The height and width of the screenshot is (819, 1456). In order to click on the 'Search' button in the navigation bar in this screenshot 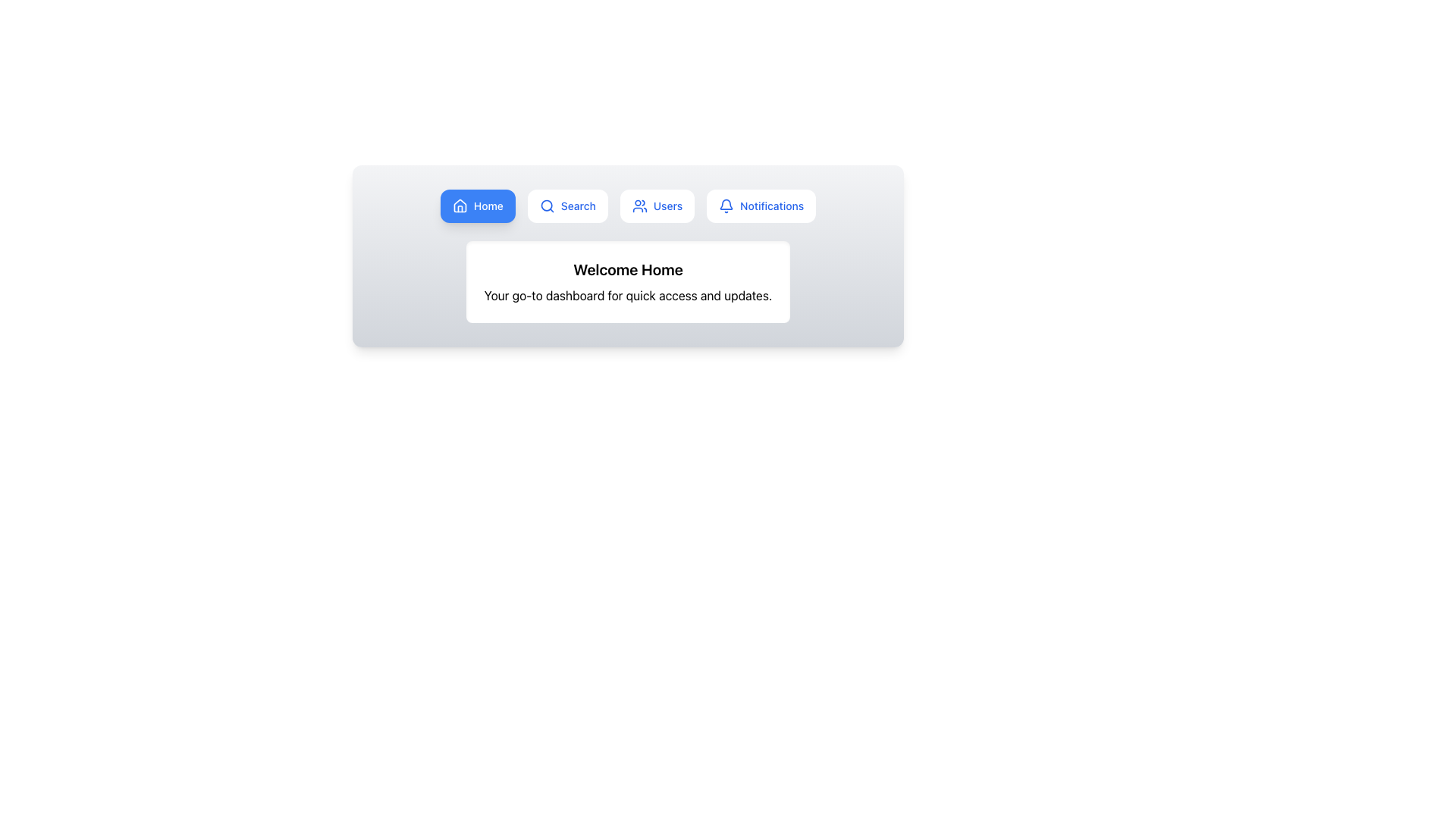, I will do `click(566, 206)`.